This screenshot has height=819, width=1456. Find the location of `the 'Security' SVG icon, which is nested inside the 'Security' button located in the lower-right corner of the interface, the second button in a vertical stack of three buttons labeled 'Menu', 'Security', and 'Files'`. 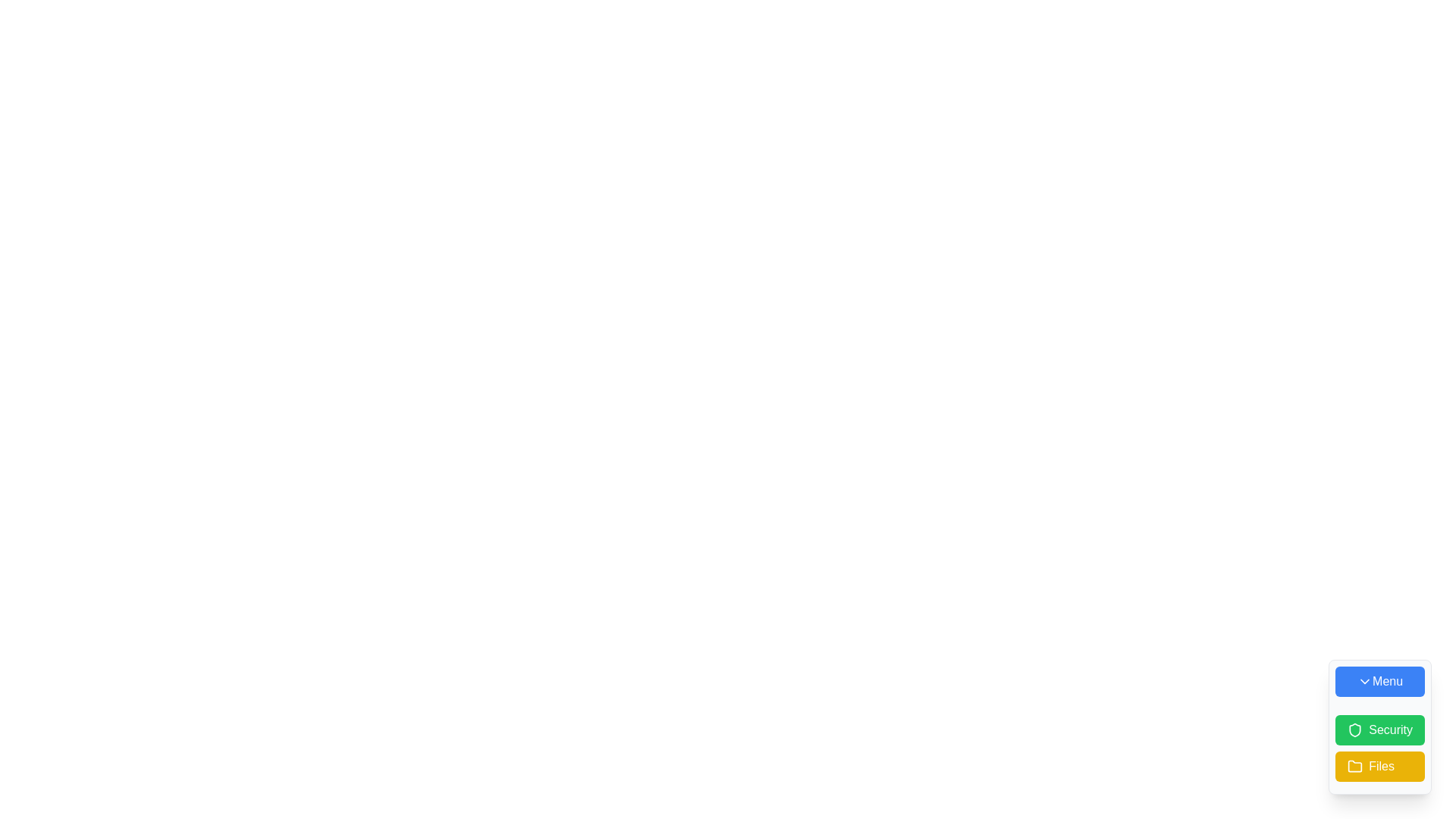

the 'Security' SVG icon, which is nested inside the 'Security' button located in the lower-right corner of the interface, the second button in a vertical stack of three buttons labeled 'Menu', 'Security', and 'Files' is located at coordinates (1355, 730).